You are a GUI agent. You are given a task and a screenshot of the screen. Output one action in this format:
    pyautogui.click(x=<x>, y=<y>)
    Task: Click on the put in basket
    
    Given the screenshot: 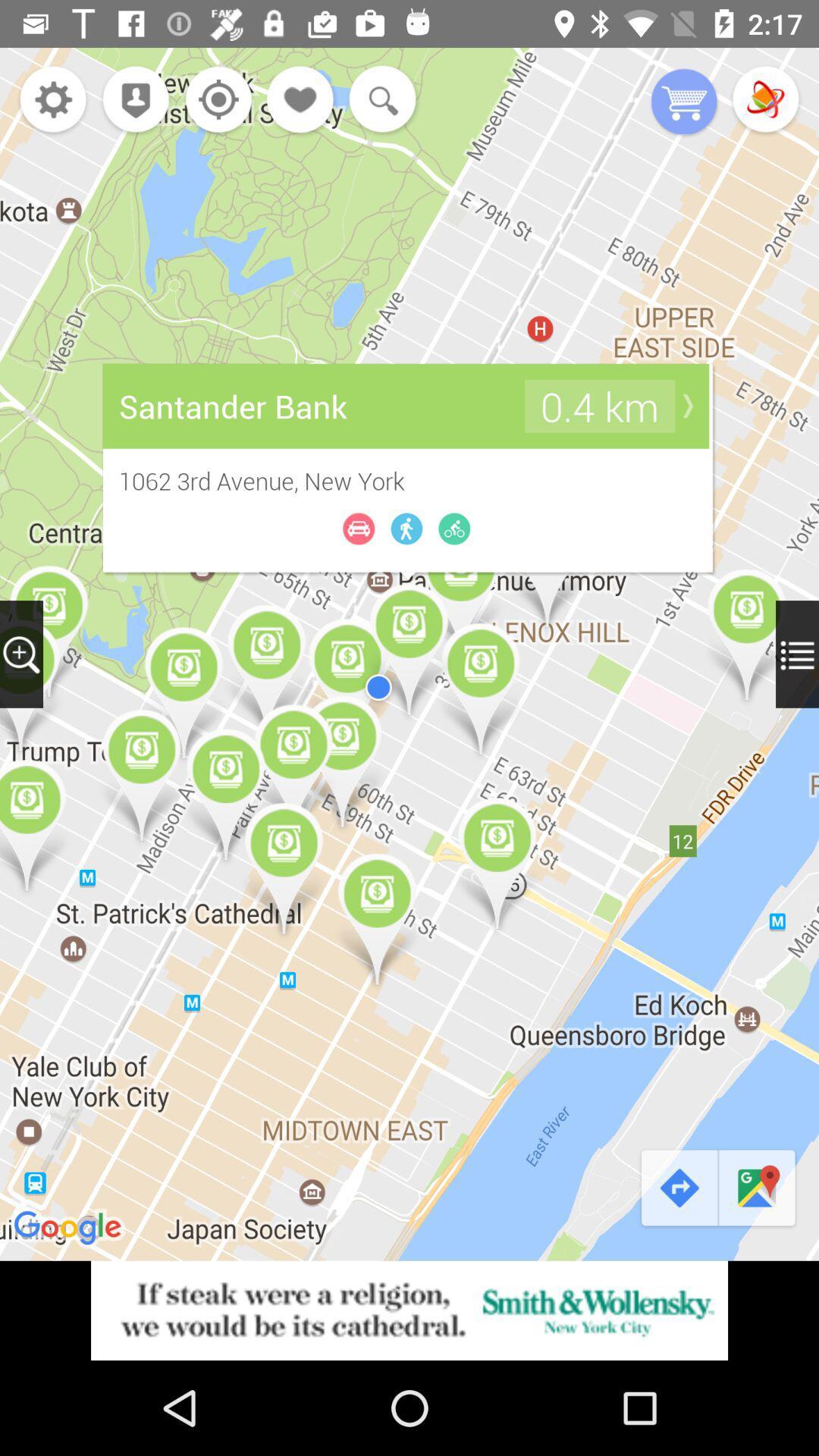 What is the action you would take?
    pyautogui.click(x=684, y=102)
    